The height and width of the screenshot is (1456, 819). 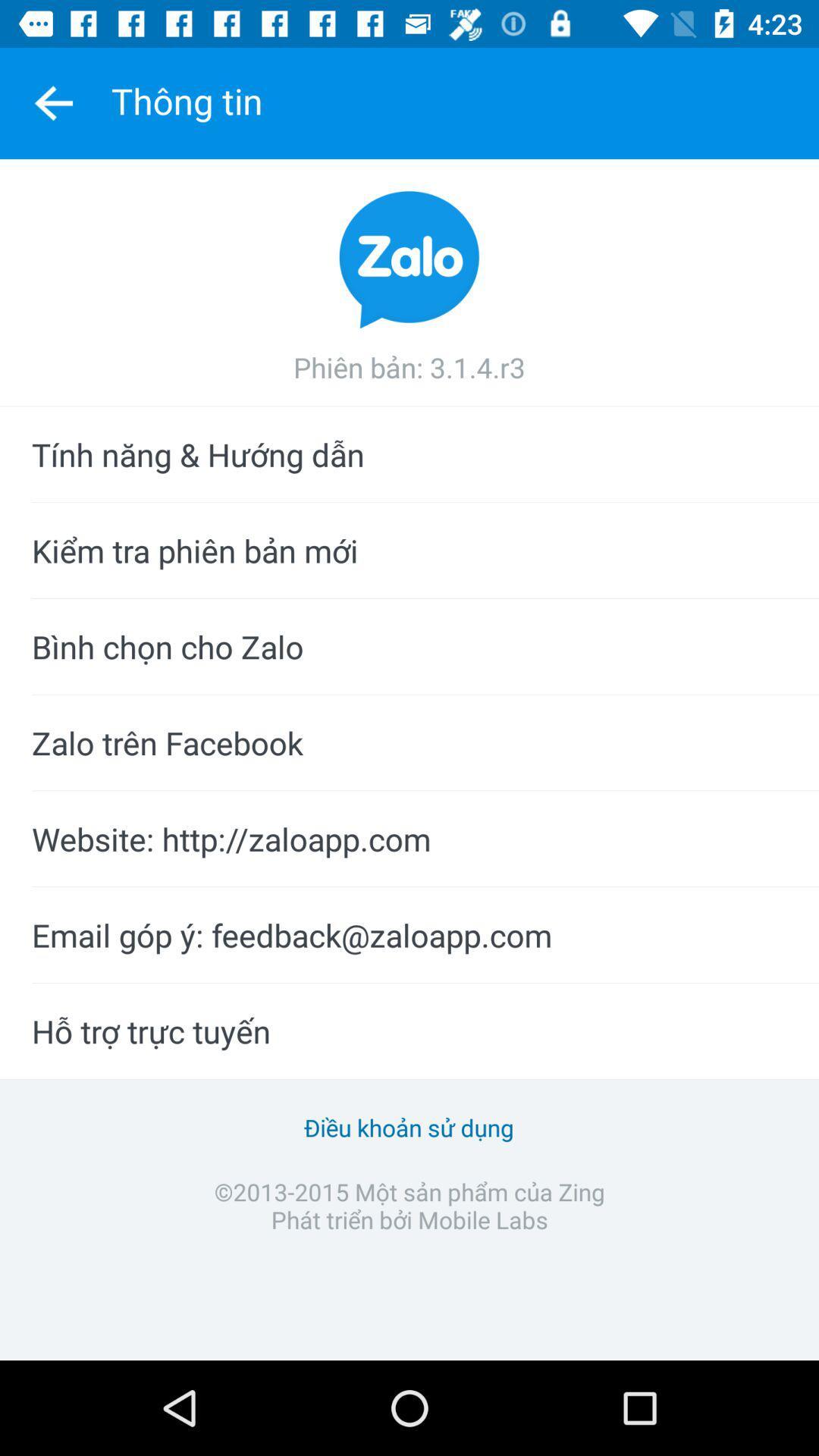 I want to click on website http zaloapp icon, so click(x=409, y=838).